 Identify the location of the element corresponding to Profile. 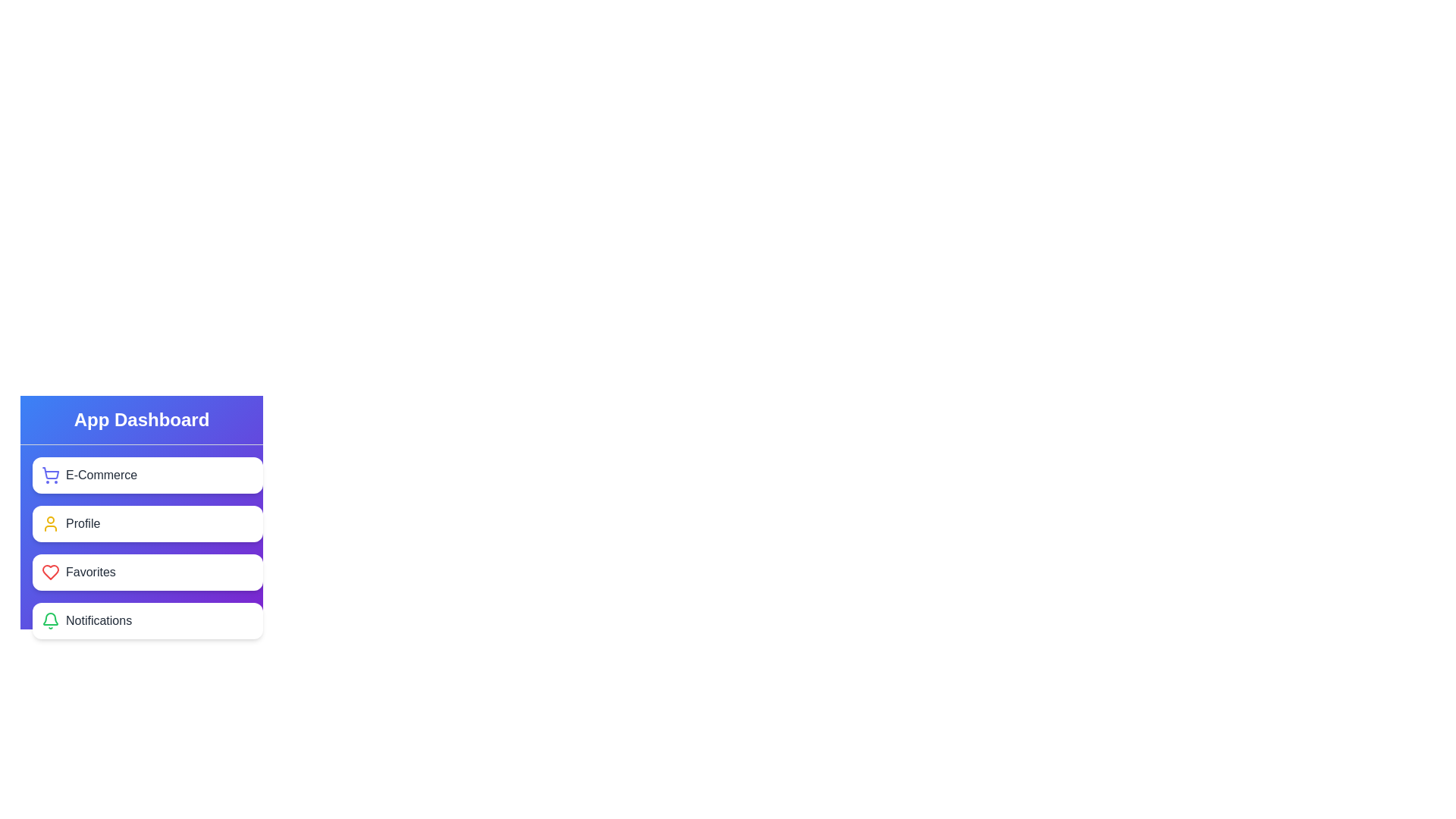
(148, 522).